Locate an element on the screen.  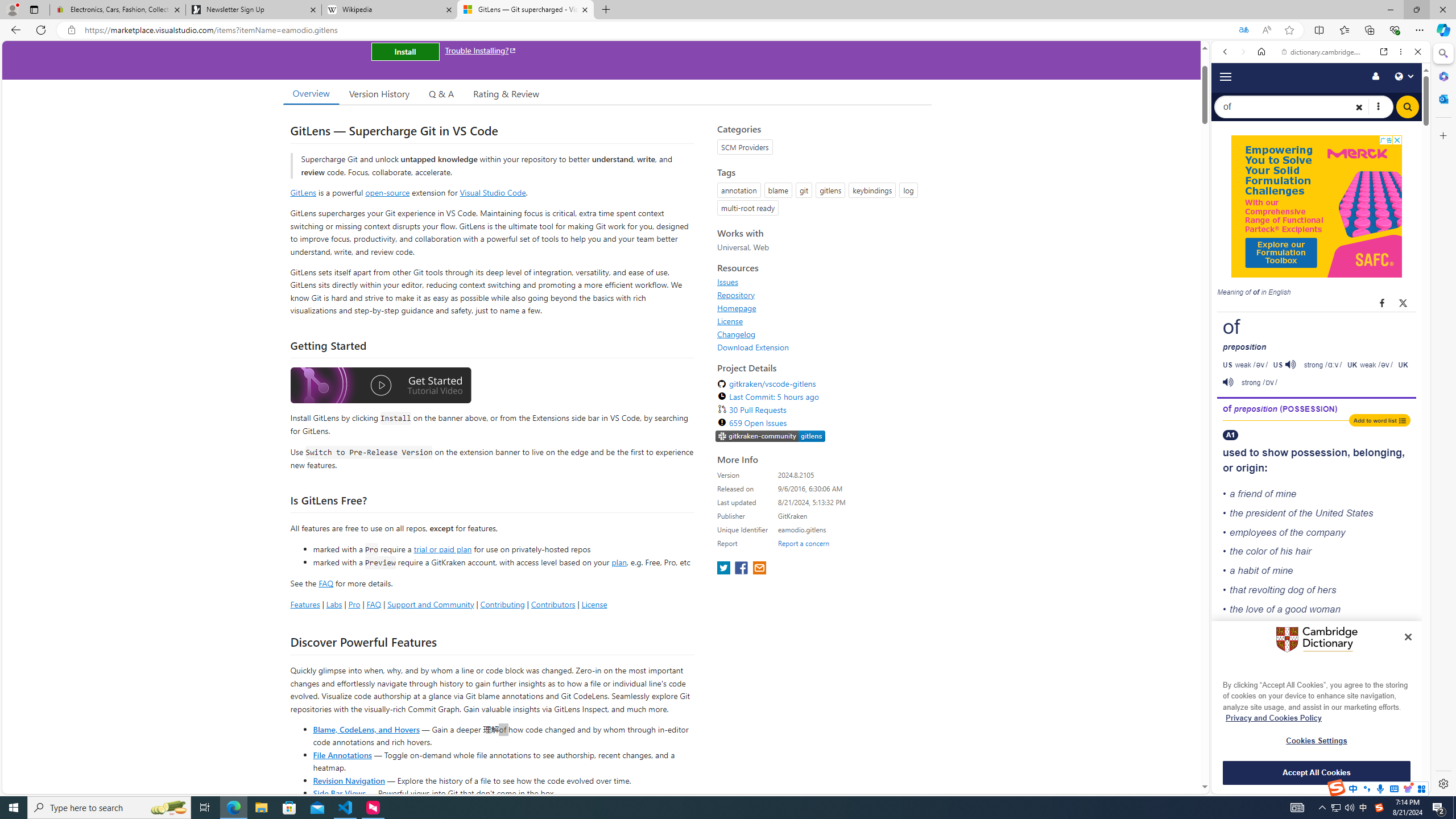
'hair' is located at coordinates (1302, 551).